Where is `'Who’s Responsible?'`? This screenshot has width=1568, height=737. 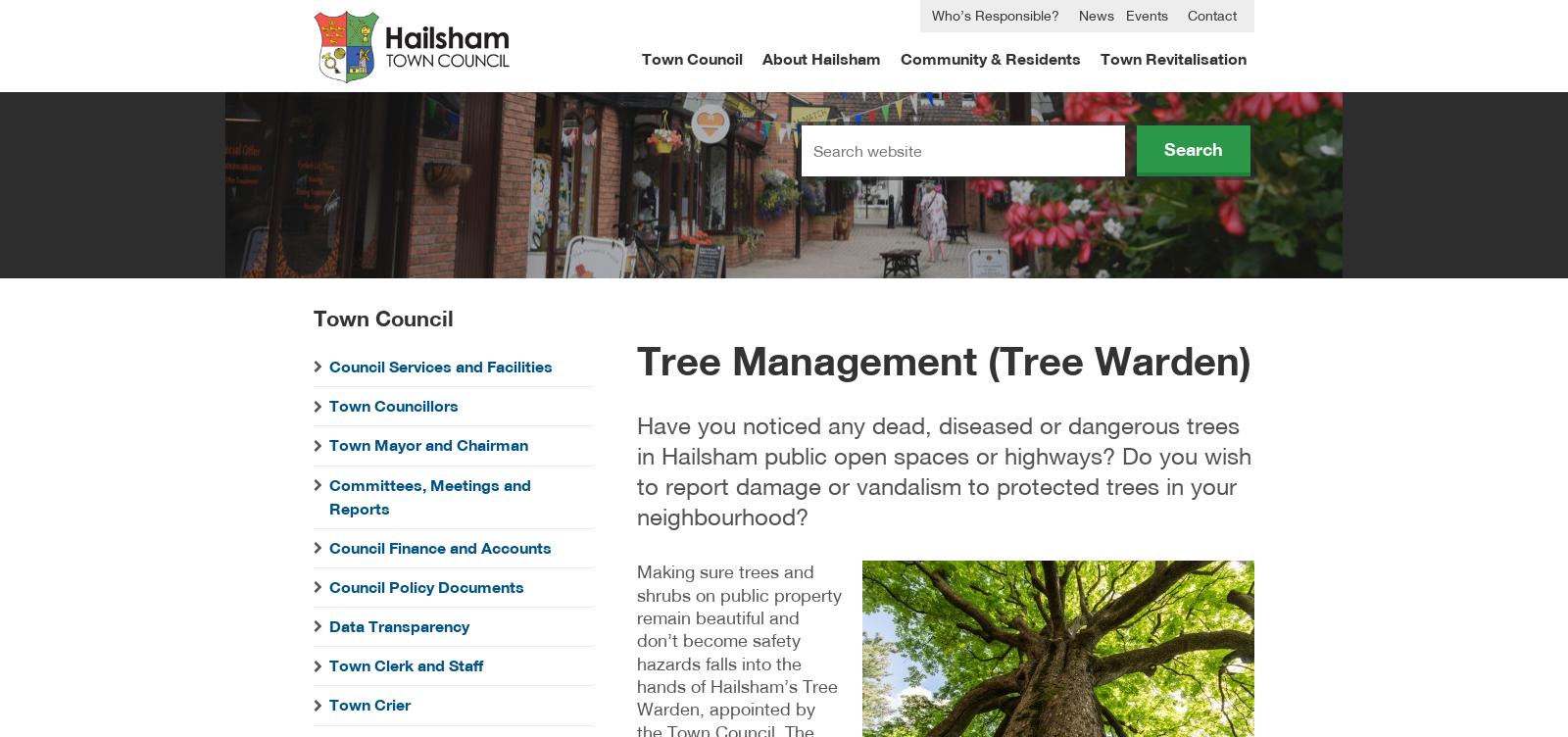
'Who’s Responsible?' is located at coordinates (996, 16).